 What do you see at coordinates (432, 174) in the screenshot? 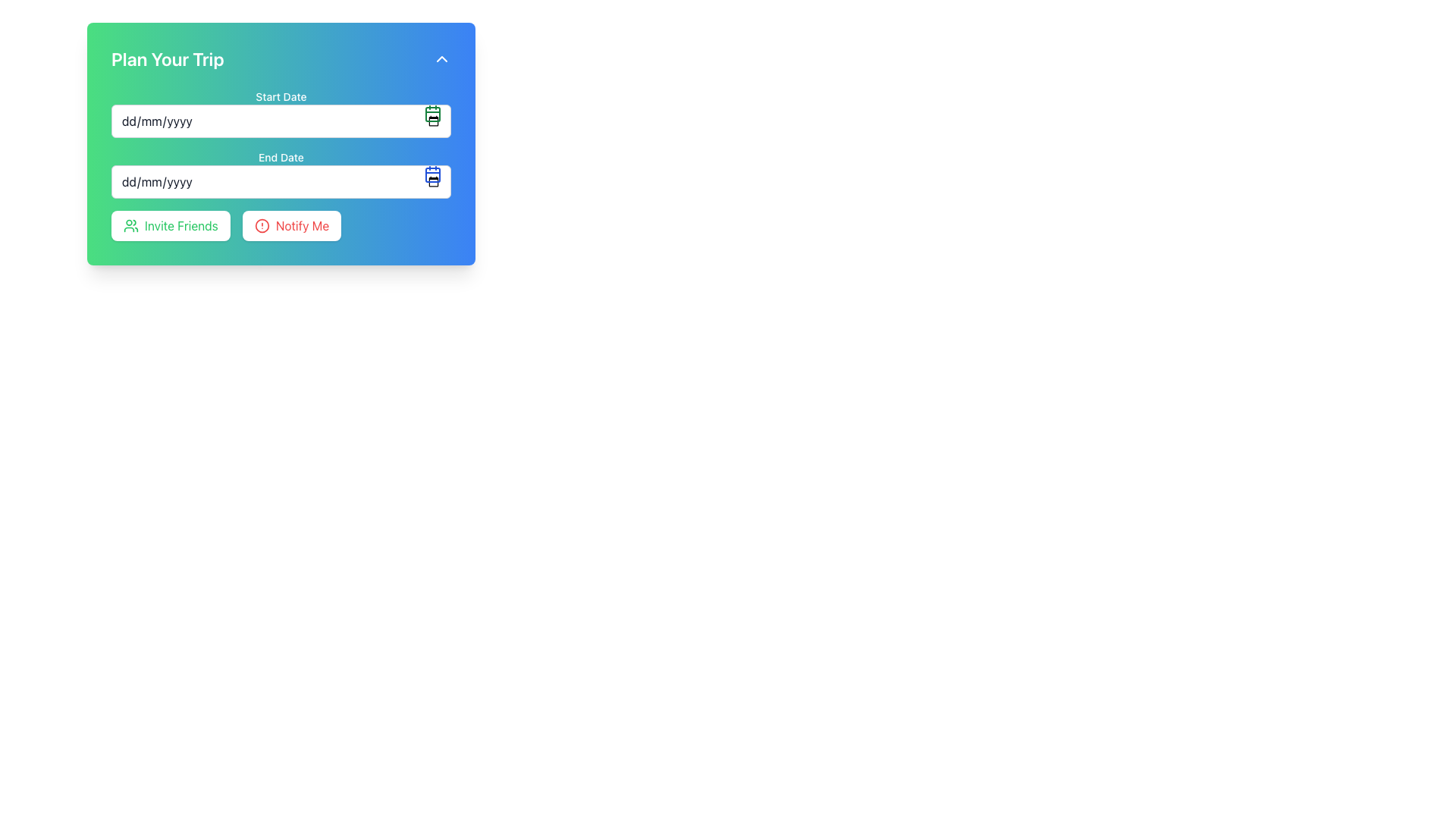
I see `the blue outer square frame of the calendar icon, which contains a small rounded rectangle, located to the right of the 'End Date' input field` at bounding box center [432, 174].